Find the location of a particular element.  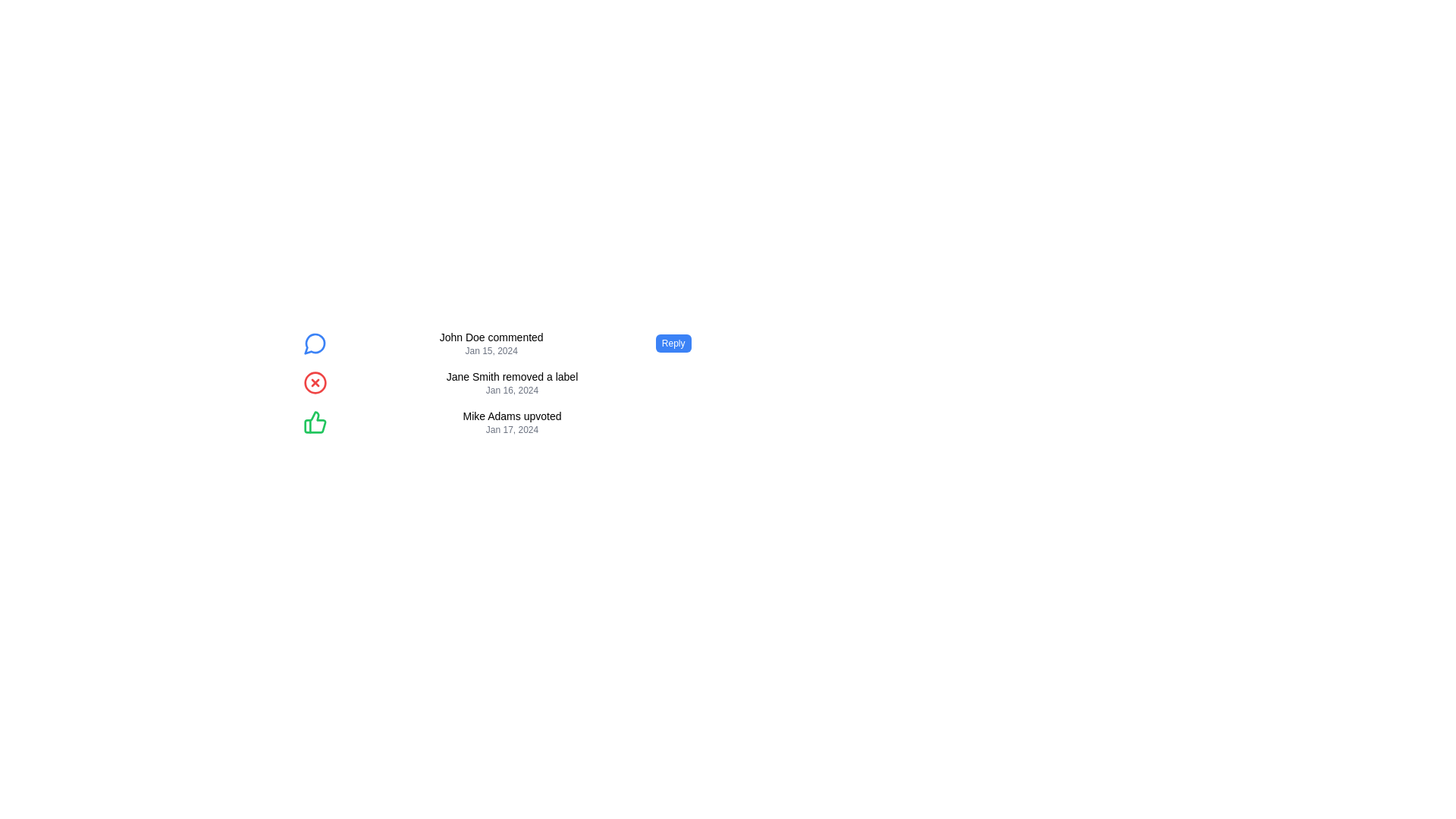

the text label that displays the message 'Jane Smith removed a label' followed by the date 'Jan 16, 2024', which is the second item in a vertically aligned list of similar elements is located at coordinates (512, 382).